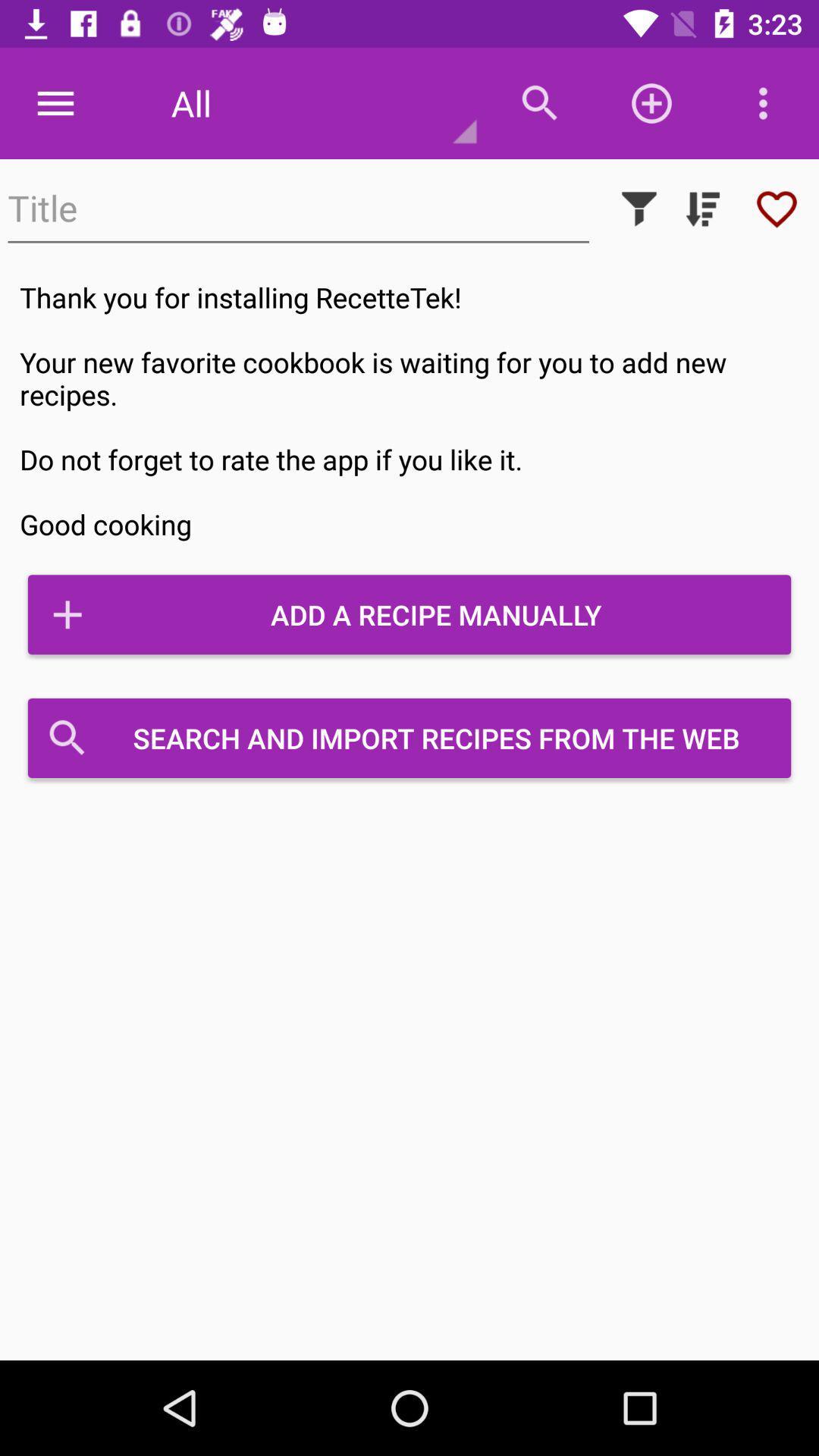  Describe the element at coordinates (639, 208) in the screenshot. I see `the filter icon` at that location.